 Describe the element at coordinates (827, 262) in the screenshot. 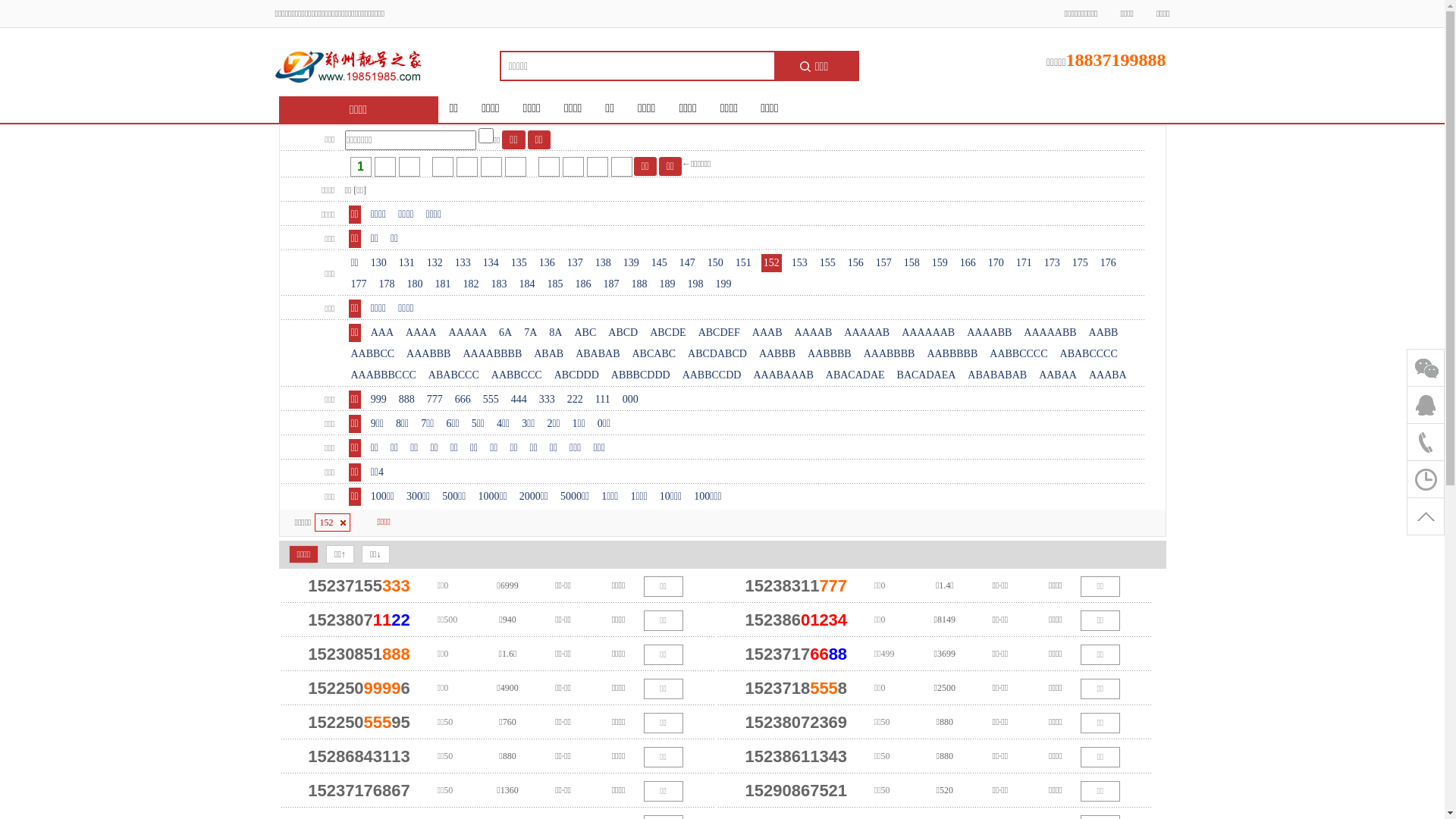

I see `'155'` at that location.